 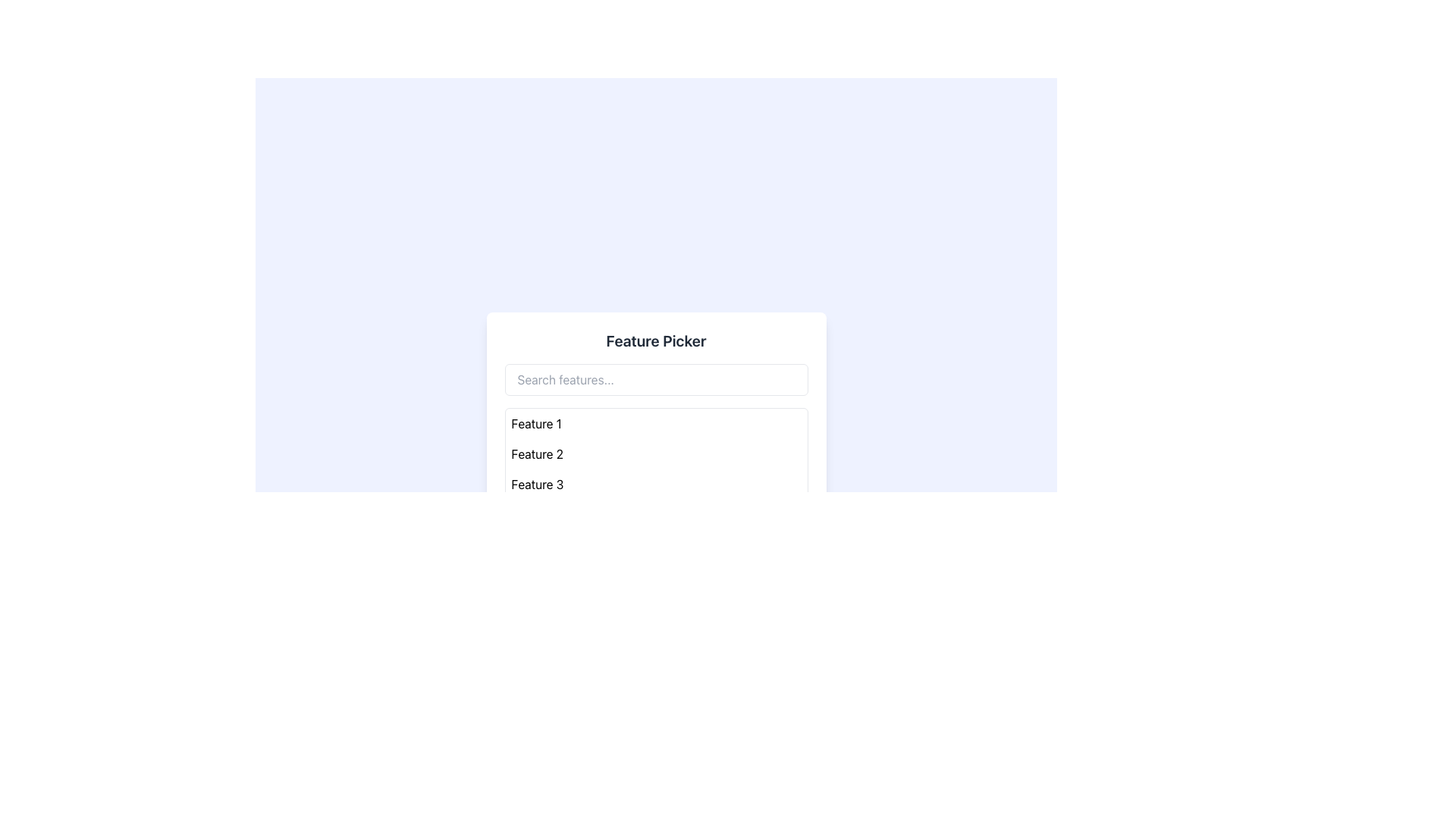 What do you see at coordinates (656, 453) in the screenshot?
I see `the 'Feature 2' list item` at bounding box center [656, 453].